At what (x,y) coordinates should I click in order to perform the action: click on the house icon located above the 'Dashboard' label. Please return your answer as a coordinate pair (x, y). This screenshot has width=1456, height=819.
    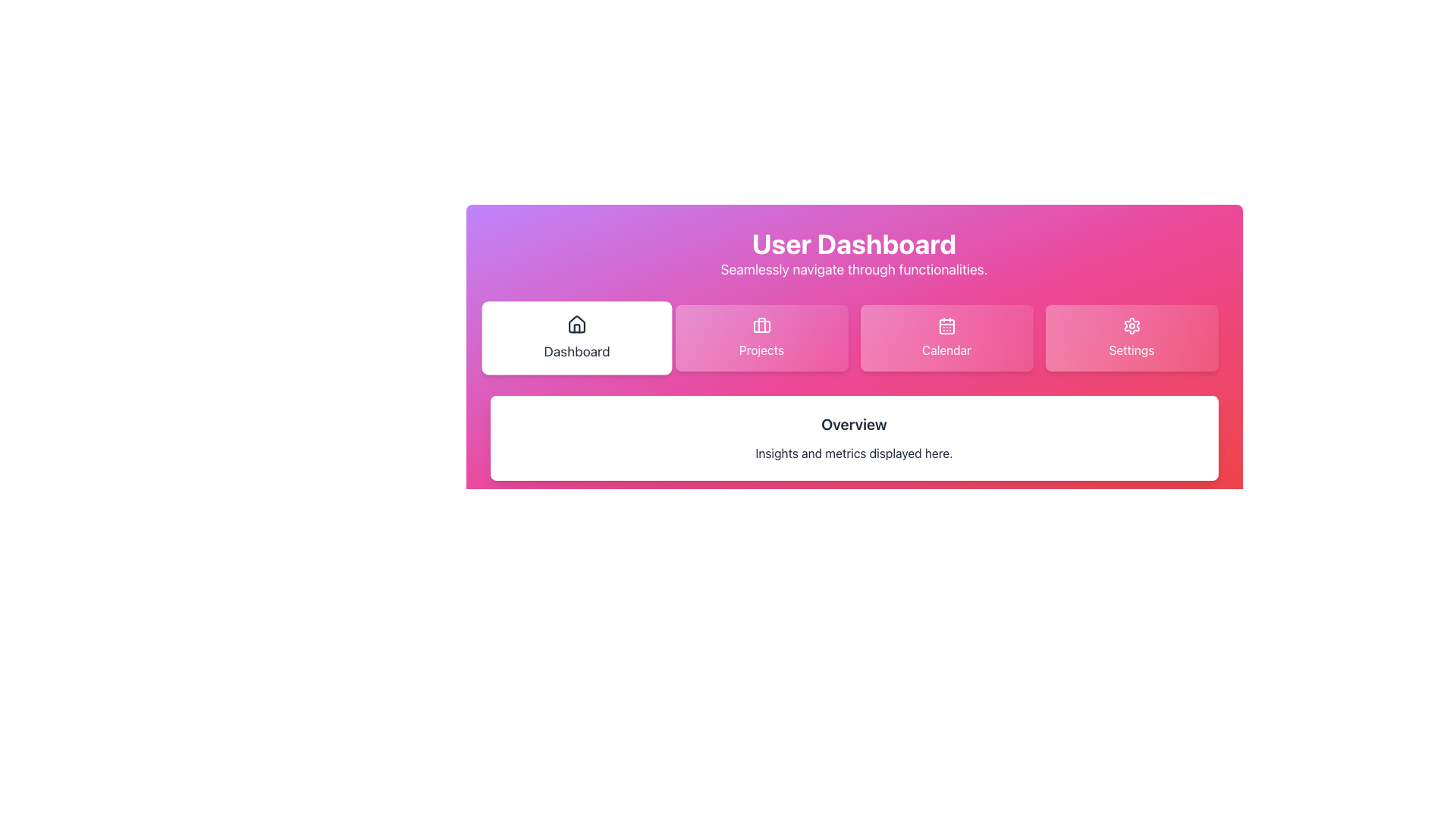
    Looking at the image, I should click on (576, 323).